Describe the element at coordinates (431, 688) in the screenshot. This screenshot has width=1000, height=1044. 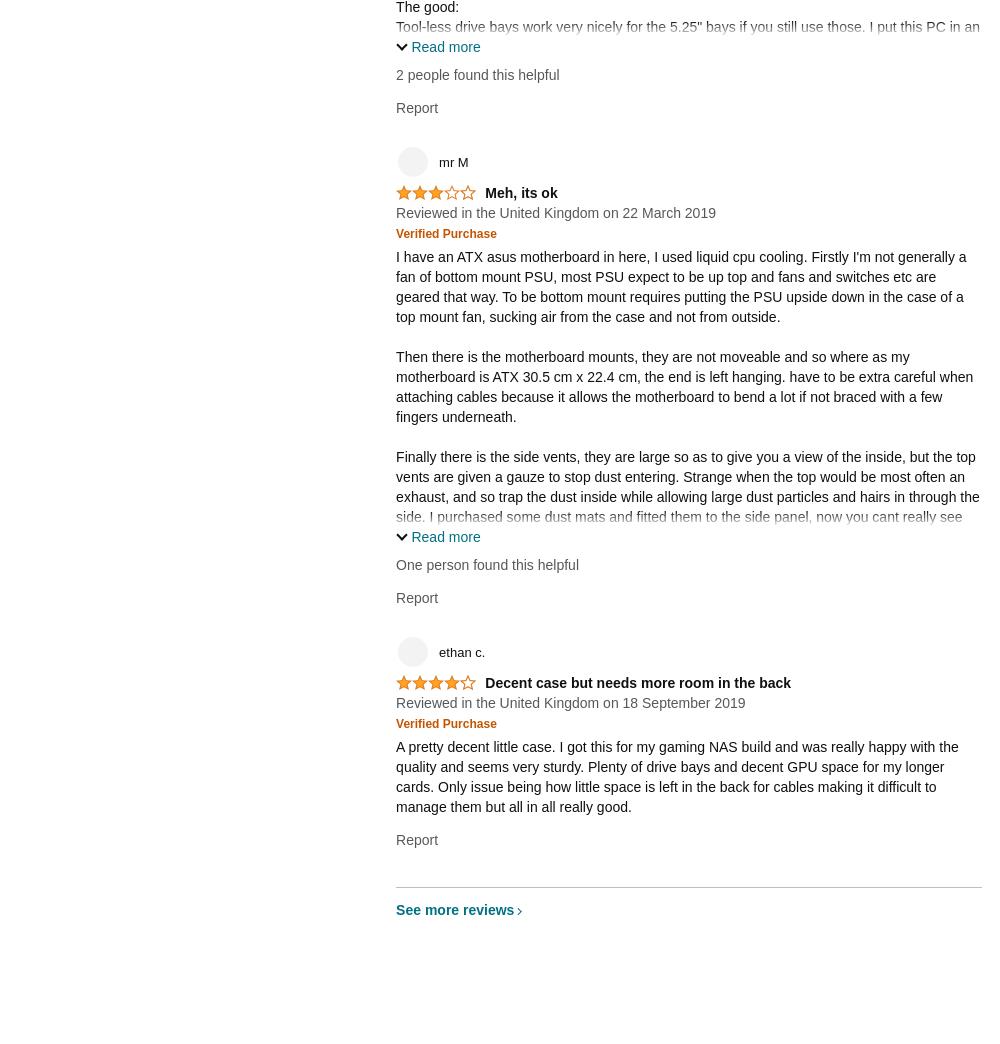
I see `'4.0 out of 5 stars'` at that location.